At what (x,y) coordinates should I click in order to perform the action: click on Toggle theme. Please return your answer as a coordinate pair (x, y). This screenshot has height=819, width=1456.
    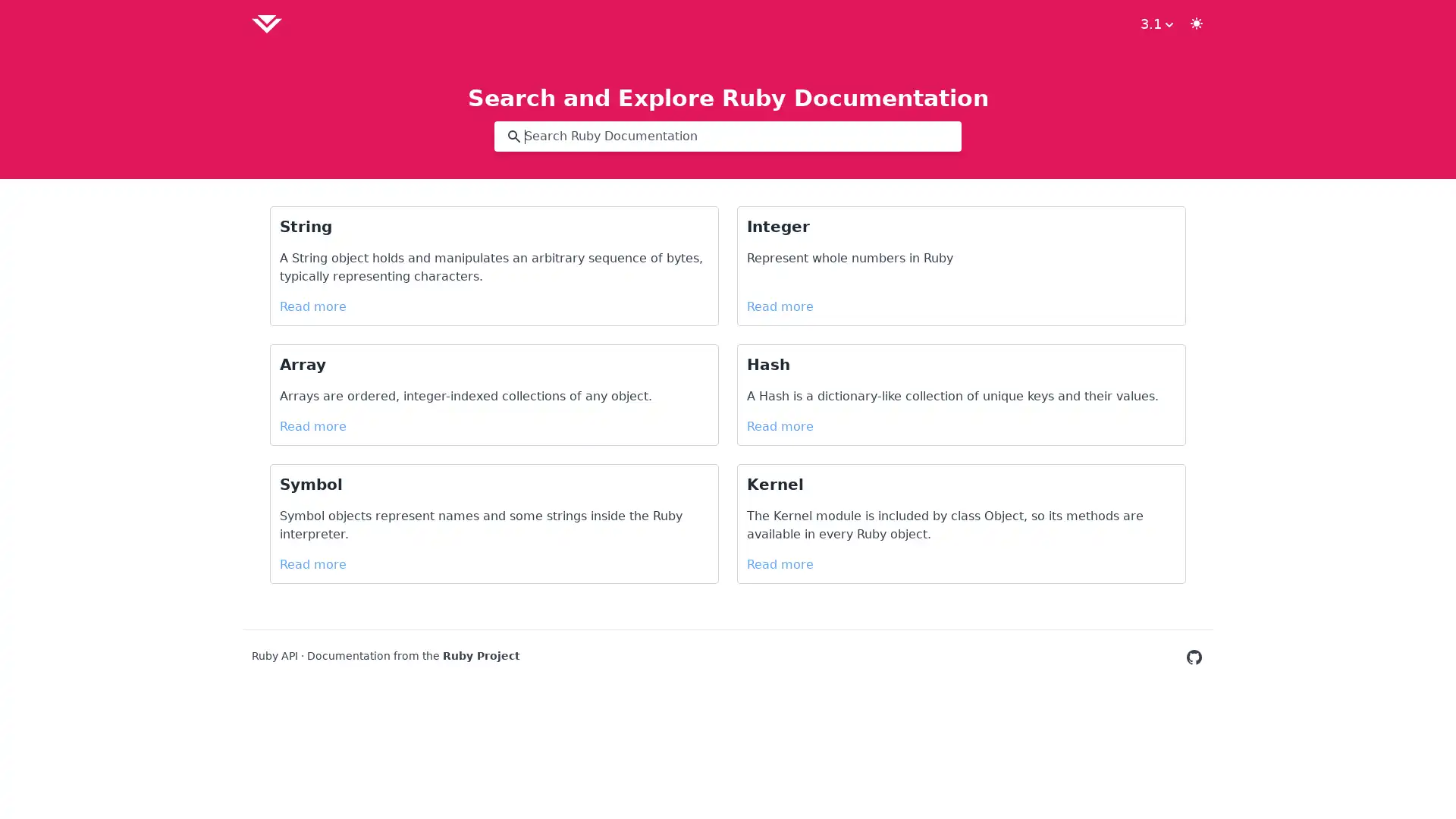
    Looking at the image, I should click on (1196, 23).